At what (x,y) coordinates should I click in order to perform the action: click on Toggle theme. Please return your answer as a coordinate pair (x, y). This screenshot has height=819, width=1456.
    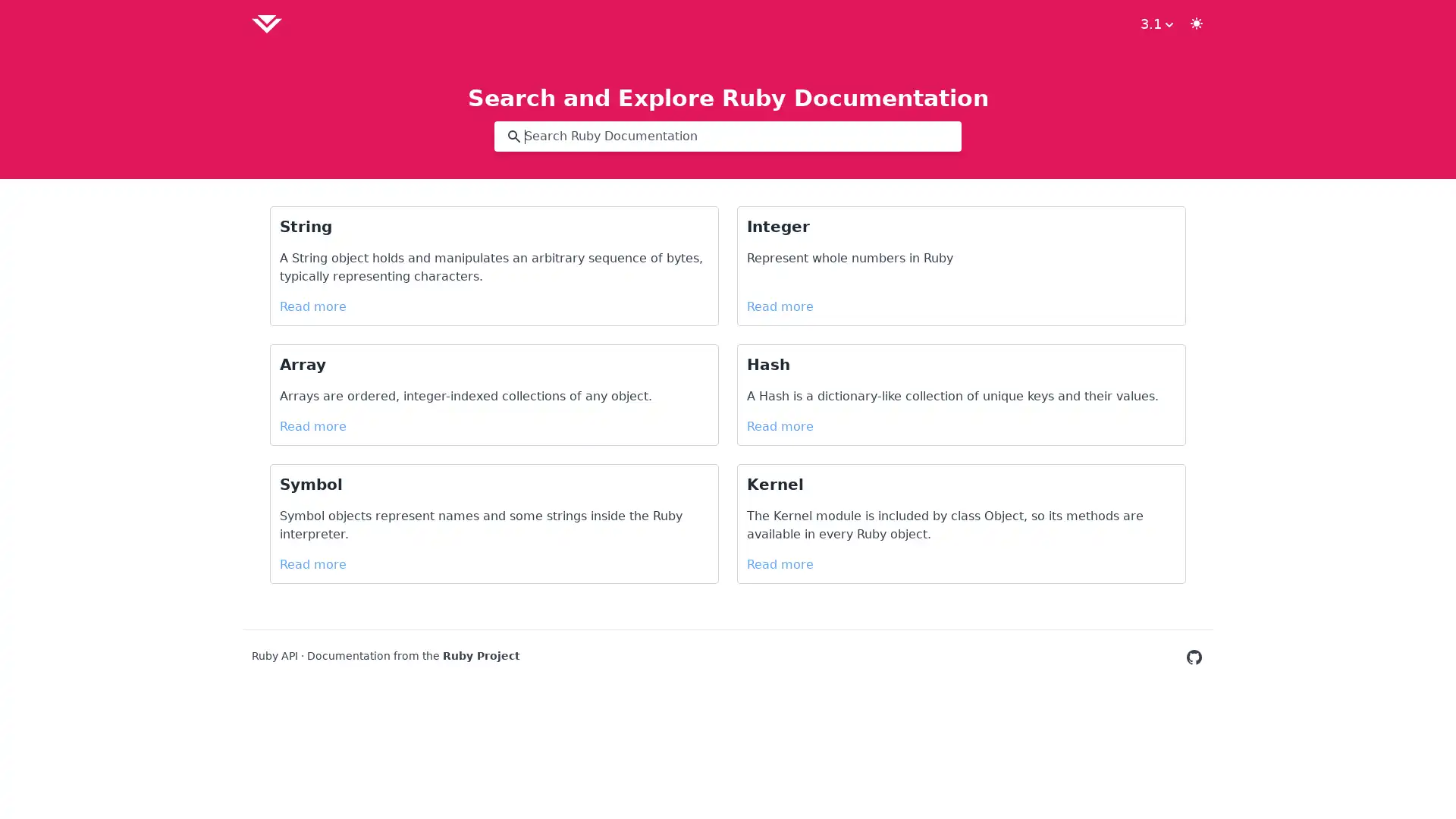
    Looking at the image, I should click on (1196, 23).